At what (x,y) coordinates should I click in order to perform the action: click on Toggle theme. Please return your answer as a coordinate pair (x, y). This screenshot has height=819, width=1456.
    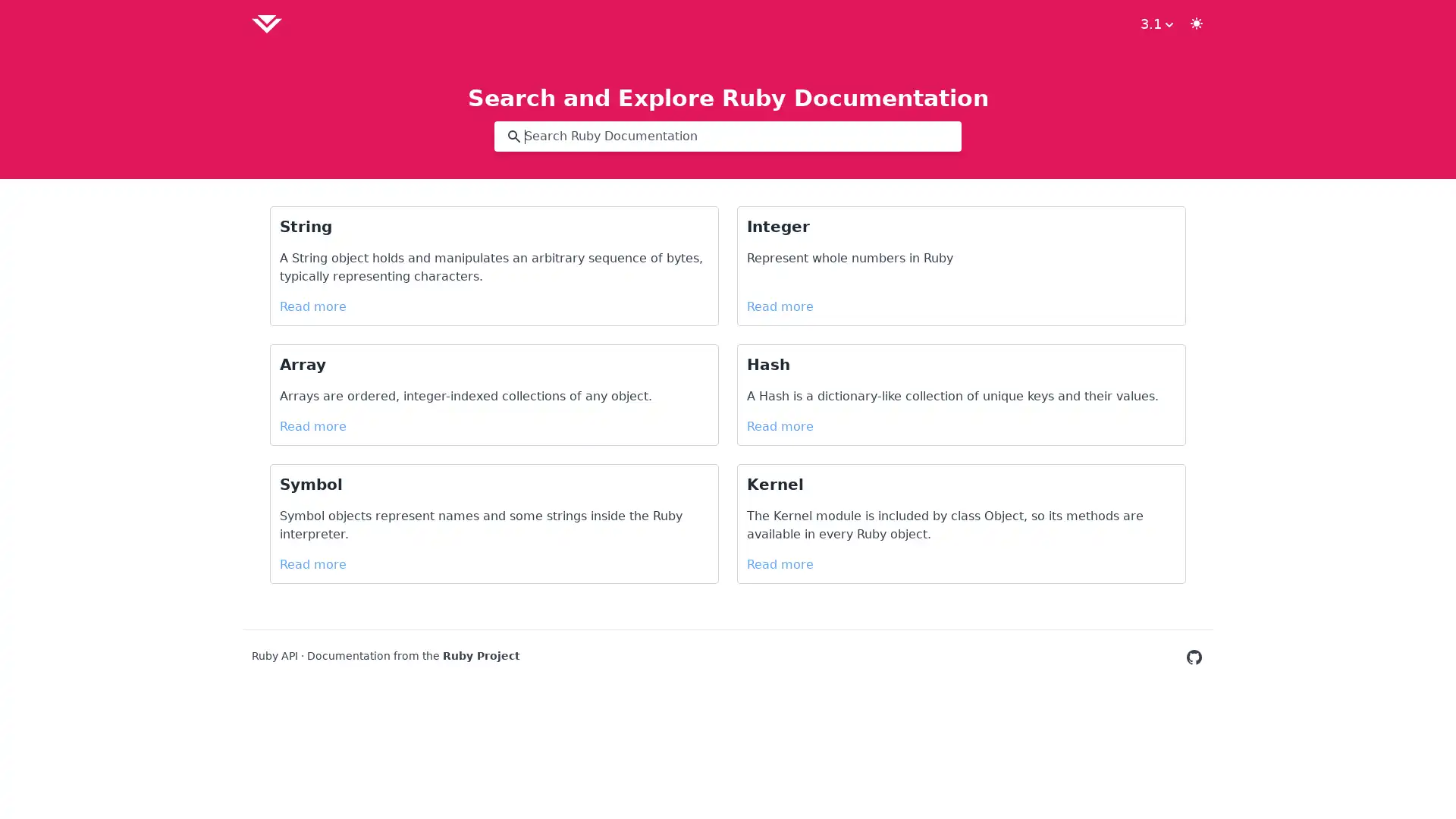
    Looking at the image, I should click on (1196, 23).